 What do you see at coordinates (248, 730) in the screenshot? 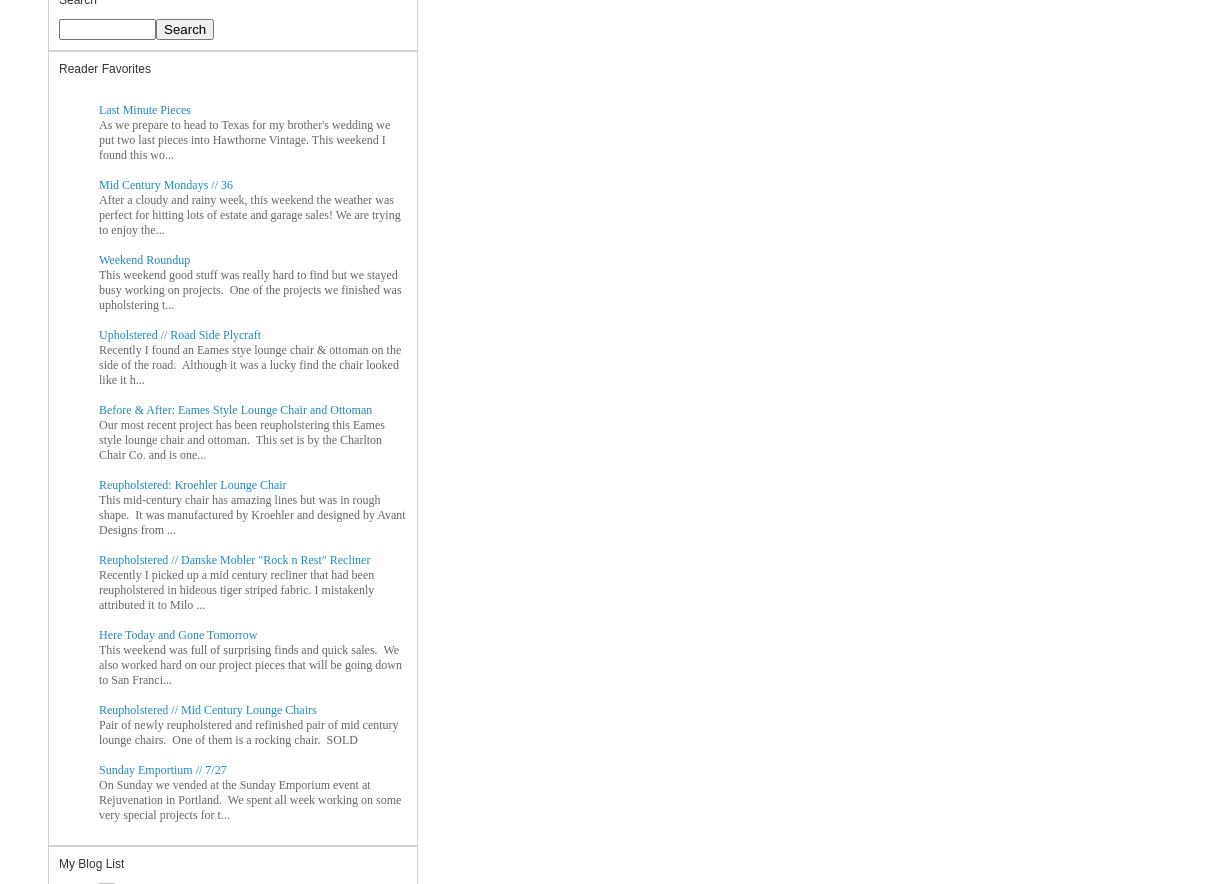
I see `'Pair of newly reupholstered and refinished pair of mid century lounge chairs.  One of them is a rocking chair.  SOLD'` at bounding box center [248, 730].